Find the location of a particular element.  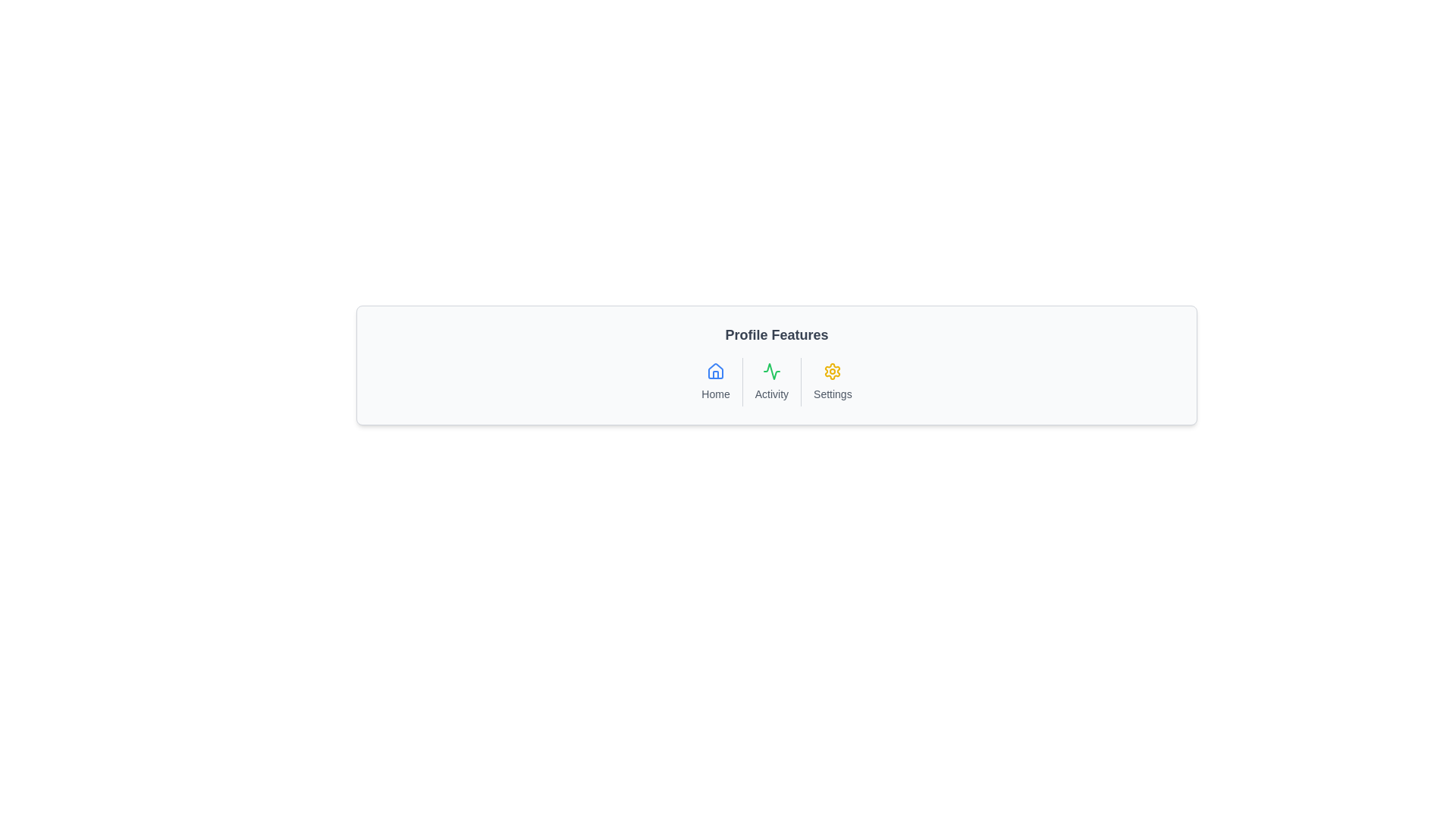

the 'Settings' text label located in the lower part of the interface, which is the rightmost label in a triplet that includes 'Home', 'Activity', and 'Settings'. It is aligned vertically beneath a yellow gear icon is located at coordinates (832, 394).